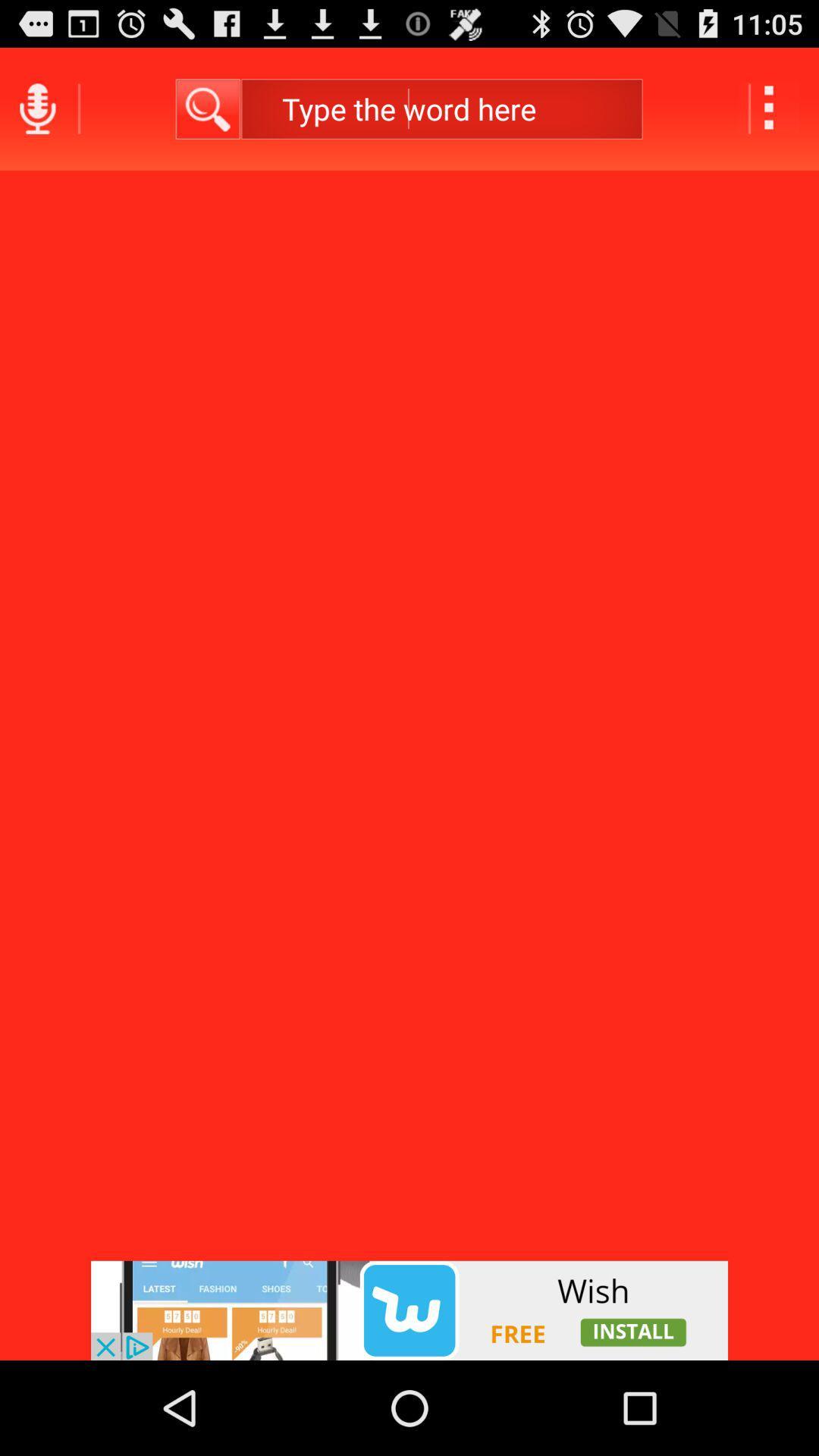  What do you see at coordinates (36, 108) in the screenshot?
I see `speech to text button` at bounding box center [36, 108].